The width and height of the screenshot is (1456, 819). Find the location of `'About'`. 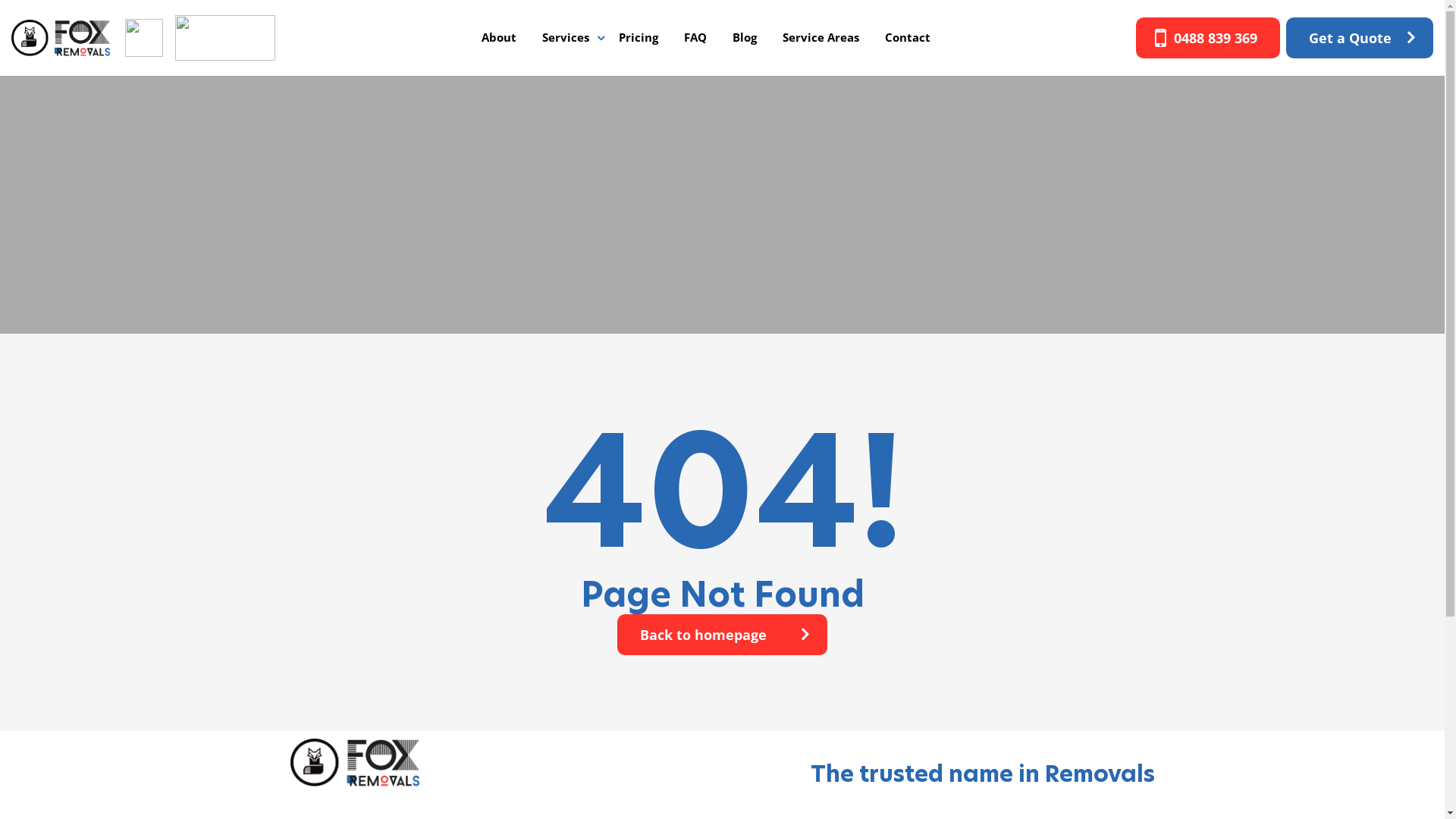

'About' is located at coordinates (498, 36).